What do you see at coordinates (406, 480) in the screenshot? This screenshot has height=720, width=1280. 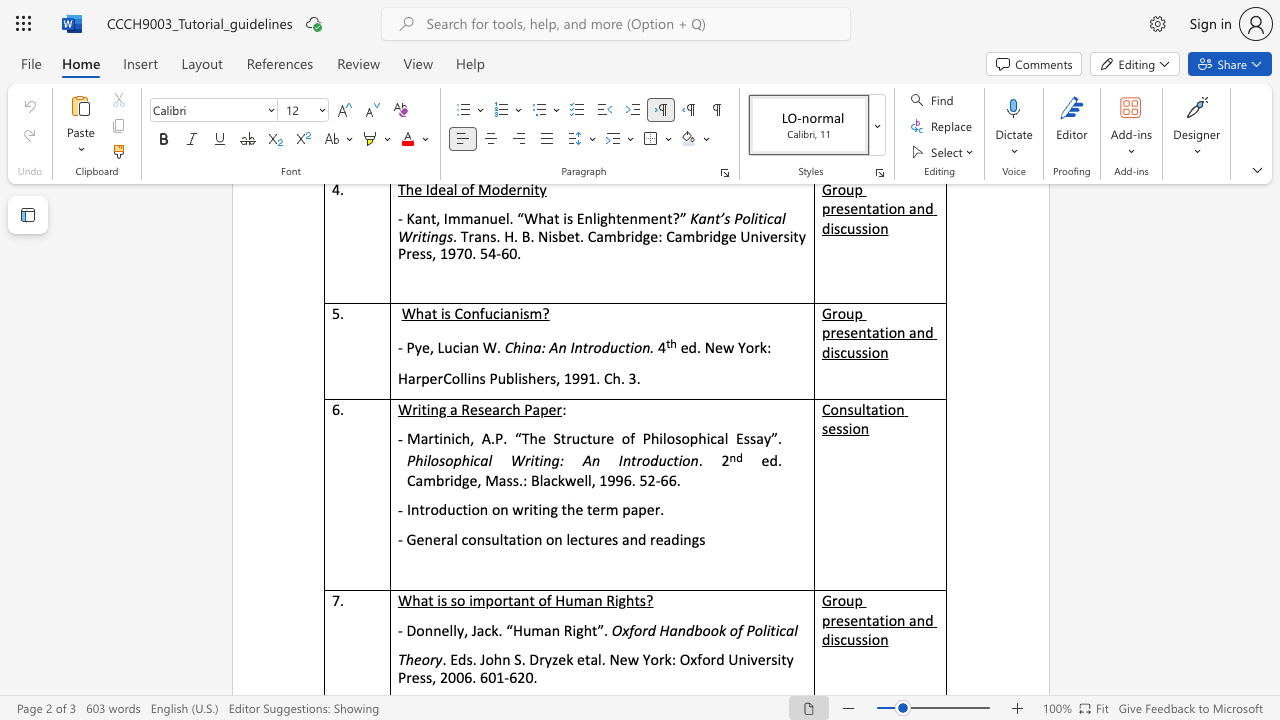 I see `the subset text "Cambridge, Mass.: Blackwell," within the text "ed. Cambridge, Mass.: Blackwell, 1996. 52-66."` at bounding box center [406, 480].